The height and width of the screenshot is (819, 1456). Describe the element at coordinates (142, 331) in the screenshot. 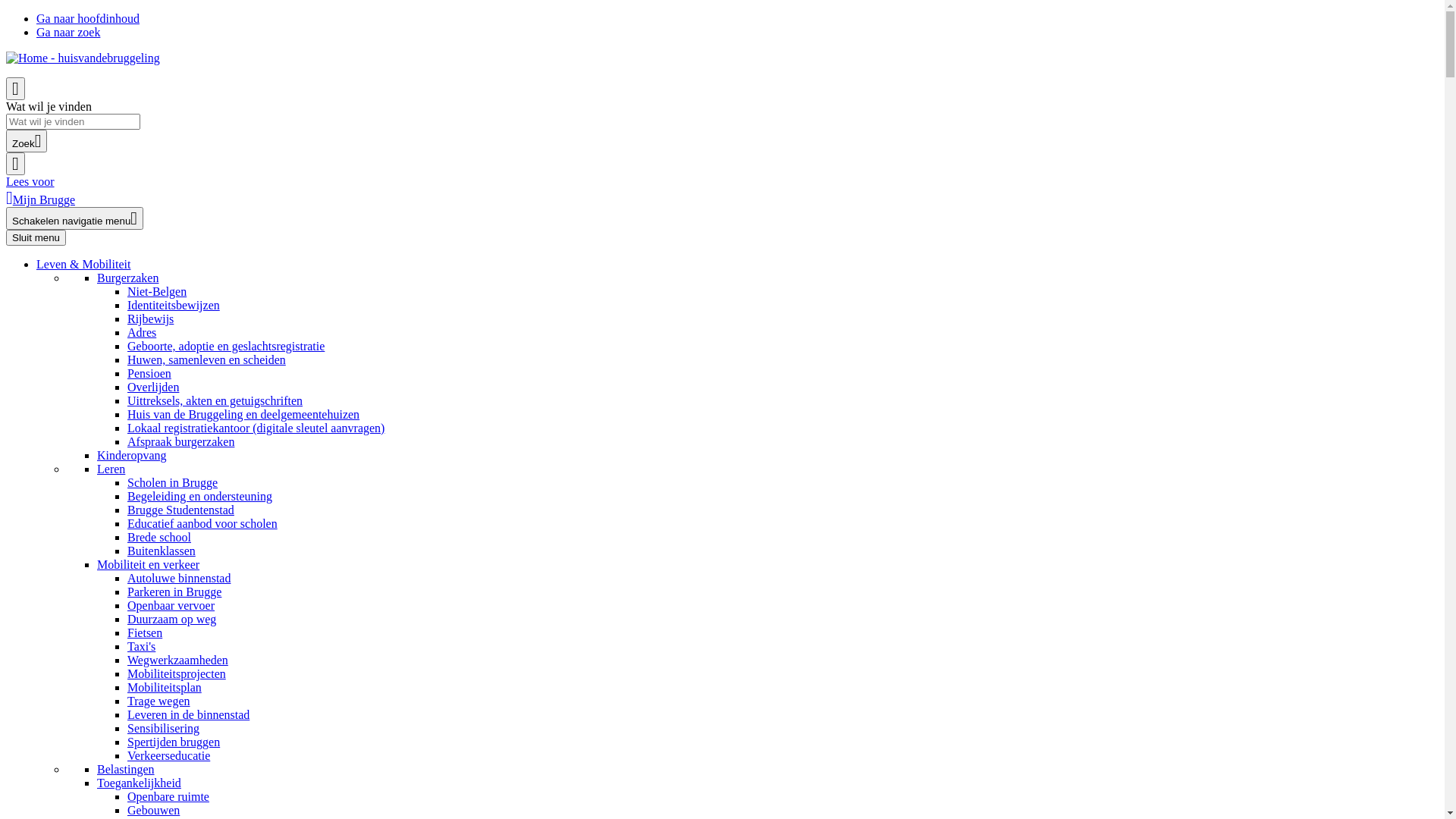

I see `'Adres'` at that location.